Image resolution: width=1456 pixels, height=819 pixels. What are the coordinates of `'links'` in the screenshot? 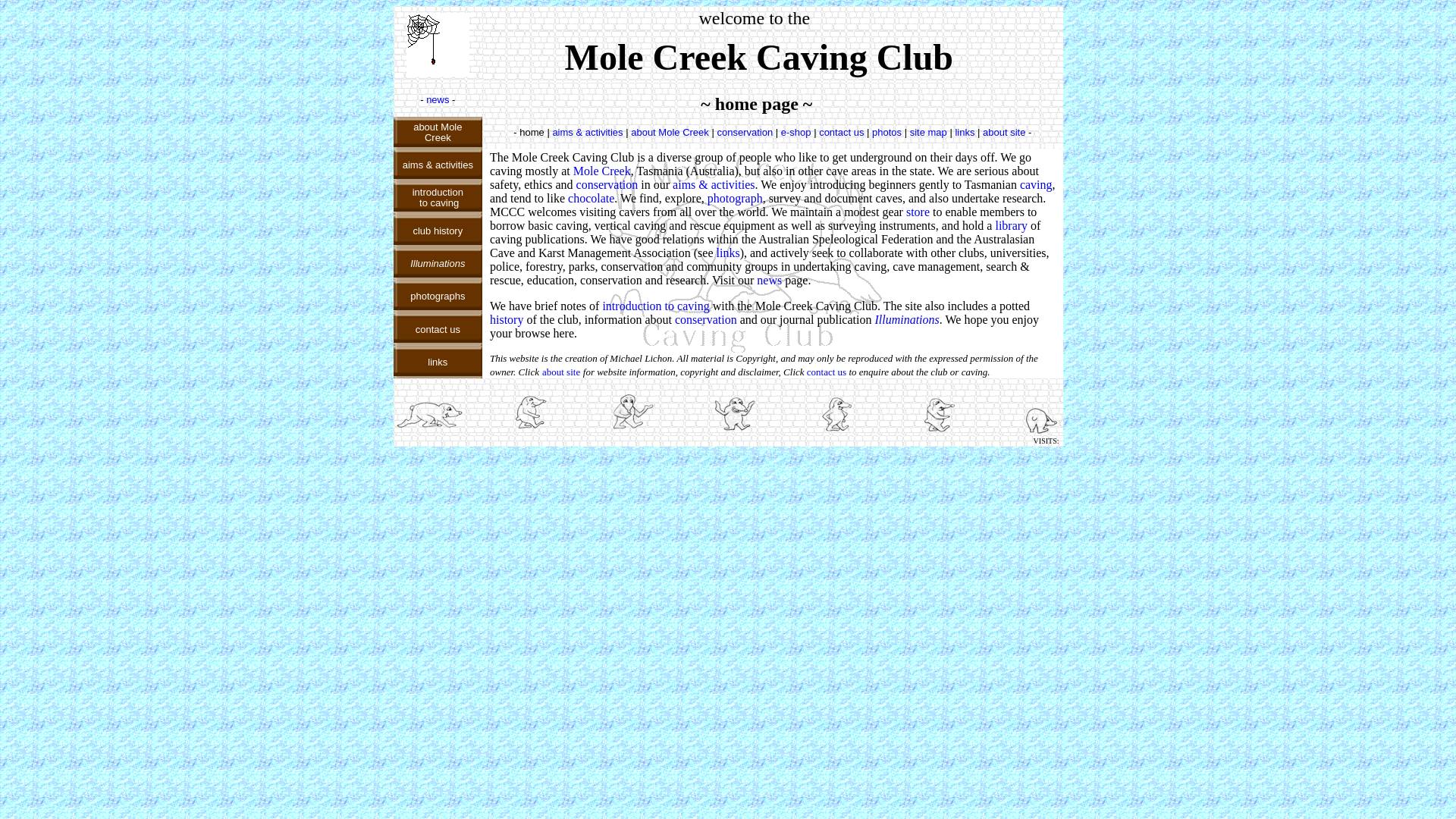 It's located at (728, 252).